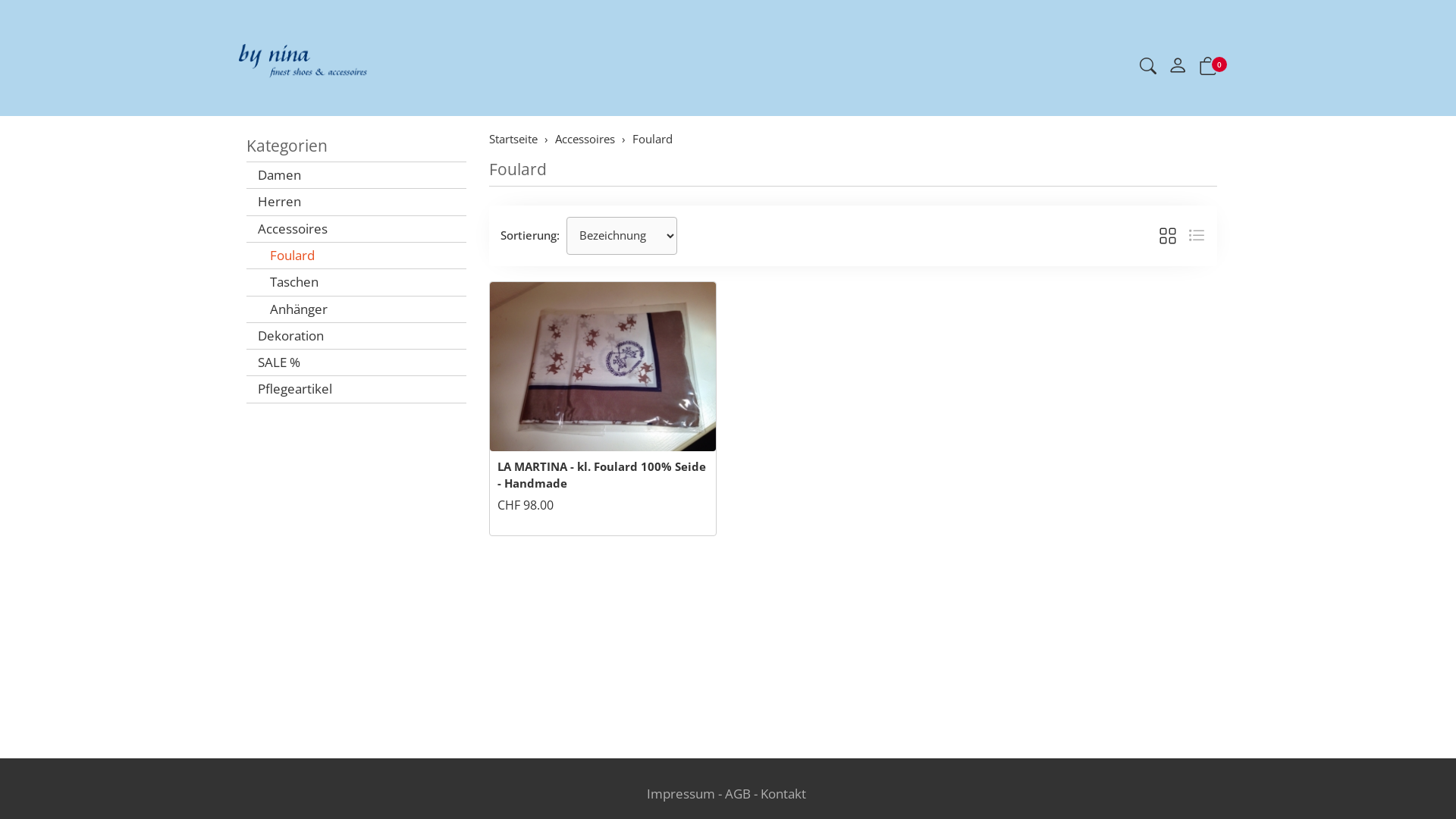  Describe the element at coordinates (738, 792) in the screenshot. I see `'AGB'` at that location.